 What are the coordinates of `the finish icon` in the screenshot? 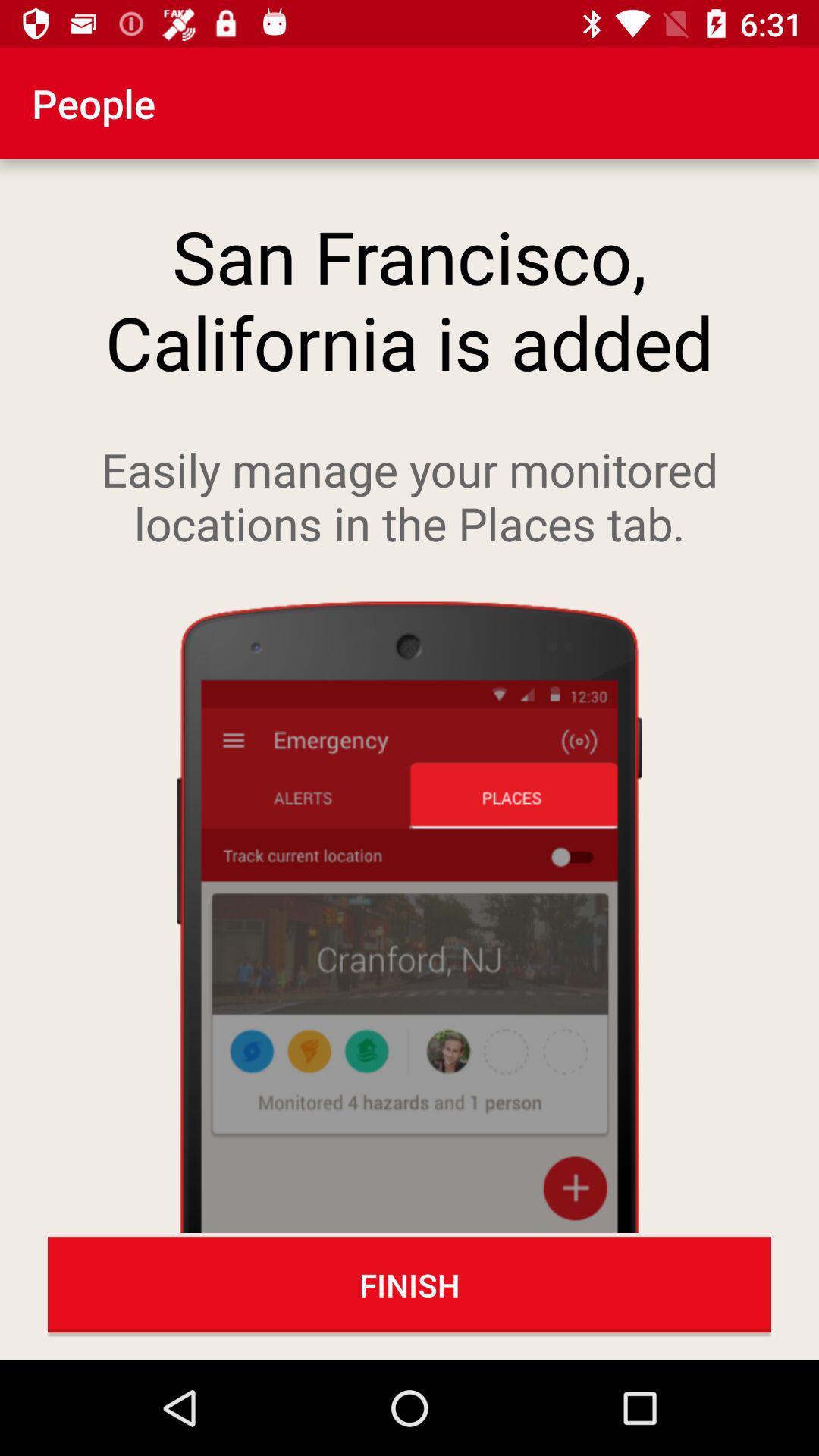 It's located at (409, 1284).